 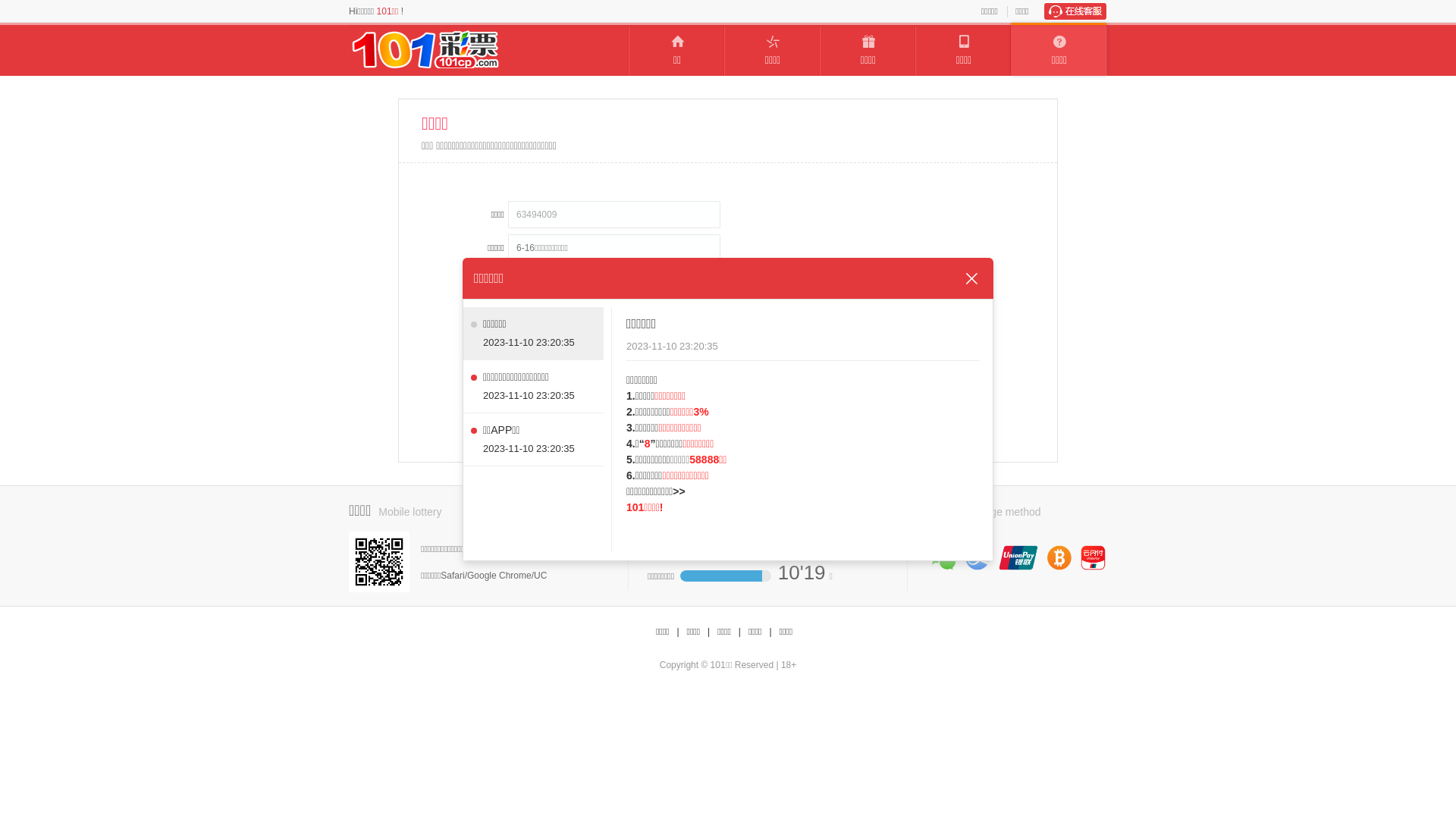 What do you see at coordinates (708, 632) in the screenshot?
I see `'|'` at bounding box center [708, 632].